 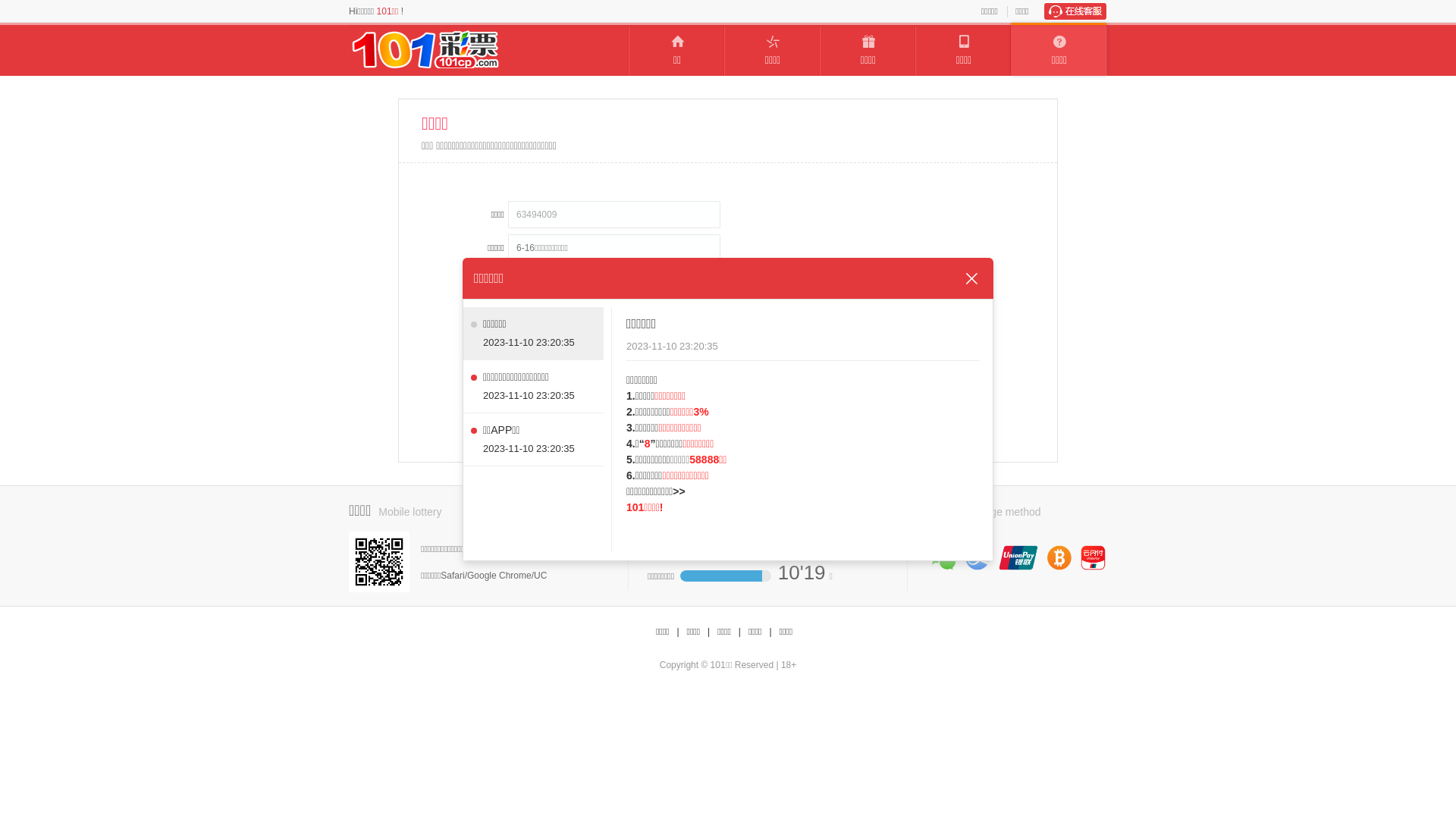 What do you see at coordinates (708, 632) in the screenshot?
I see `'|'` at bounding box center [708, 632].